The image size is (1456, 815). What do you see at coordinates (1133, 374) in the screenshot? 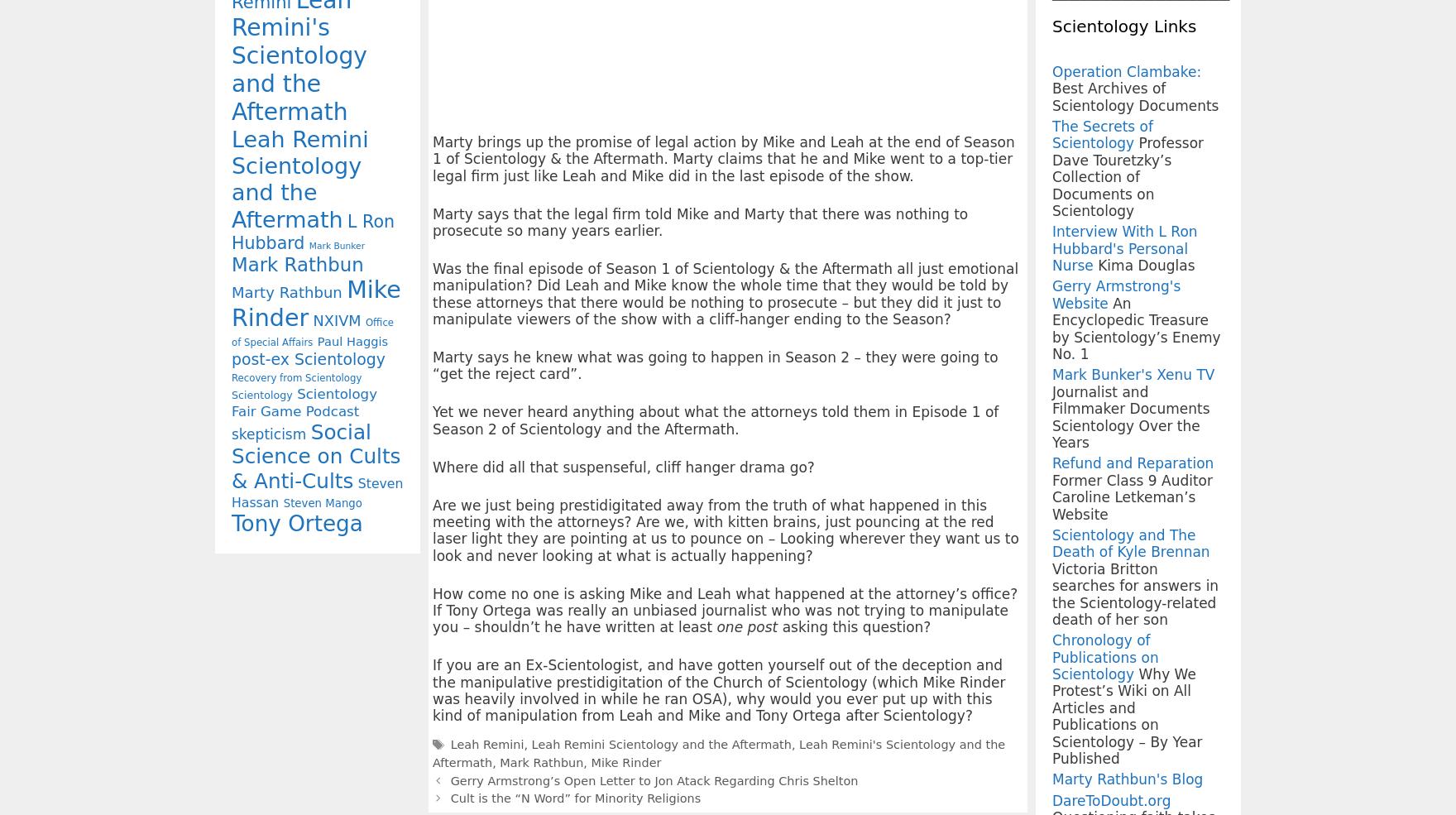
I see `'Mark Bunker's Xenu TV'` at bounding box center [1133, 374].